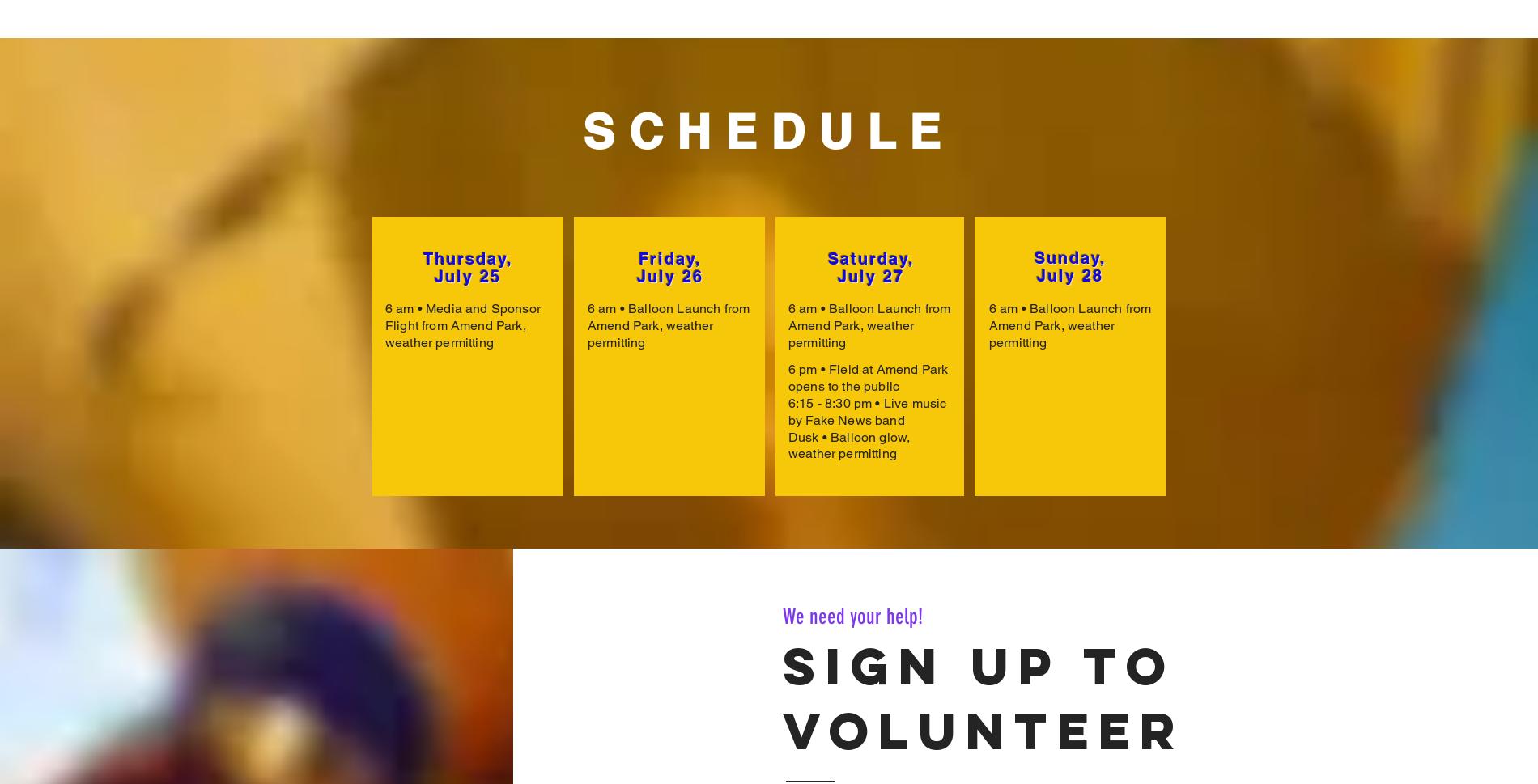 Image resolution: width=1538 pixels, height=784 pixels. What do you see at coordinates (868, 377) in the screenshot?
I see `'6 pm • Field at Amend Park opens to the public'` at bounding box center [868, 377].